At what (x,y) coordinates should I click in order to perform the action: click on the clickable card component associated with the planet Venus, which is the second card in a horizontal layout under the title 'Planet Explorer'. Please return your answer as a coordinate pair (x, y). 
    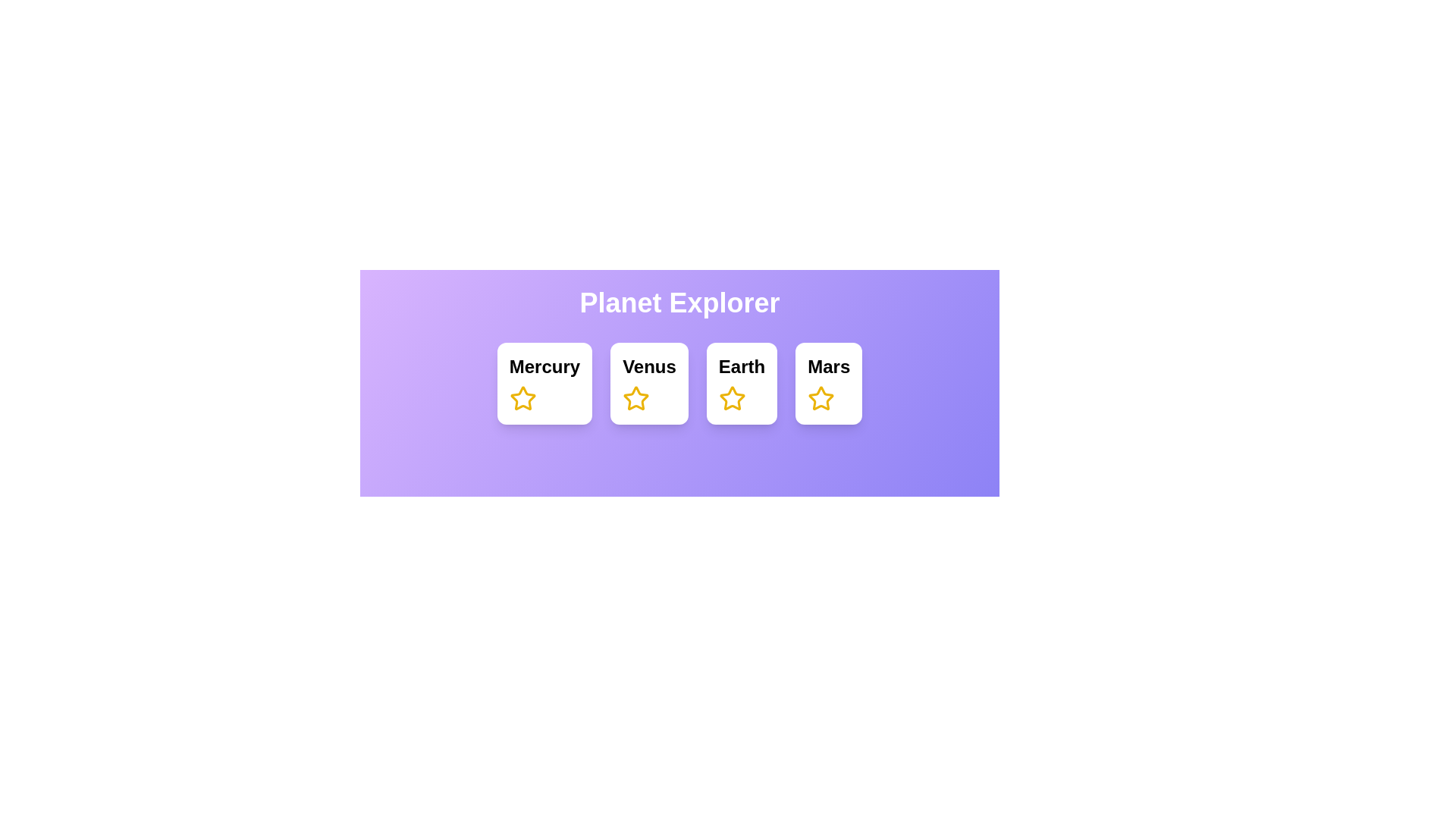
    Looking at the image, I should click on (679, 382).